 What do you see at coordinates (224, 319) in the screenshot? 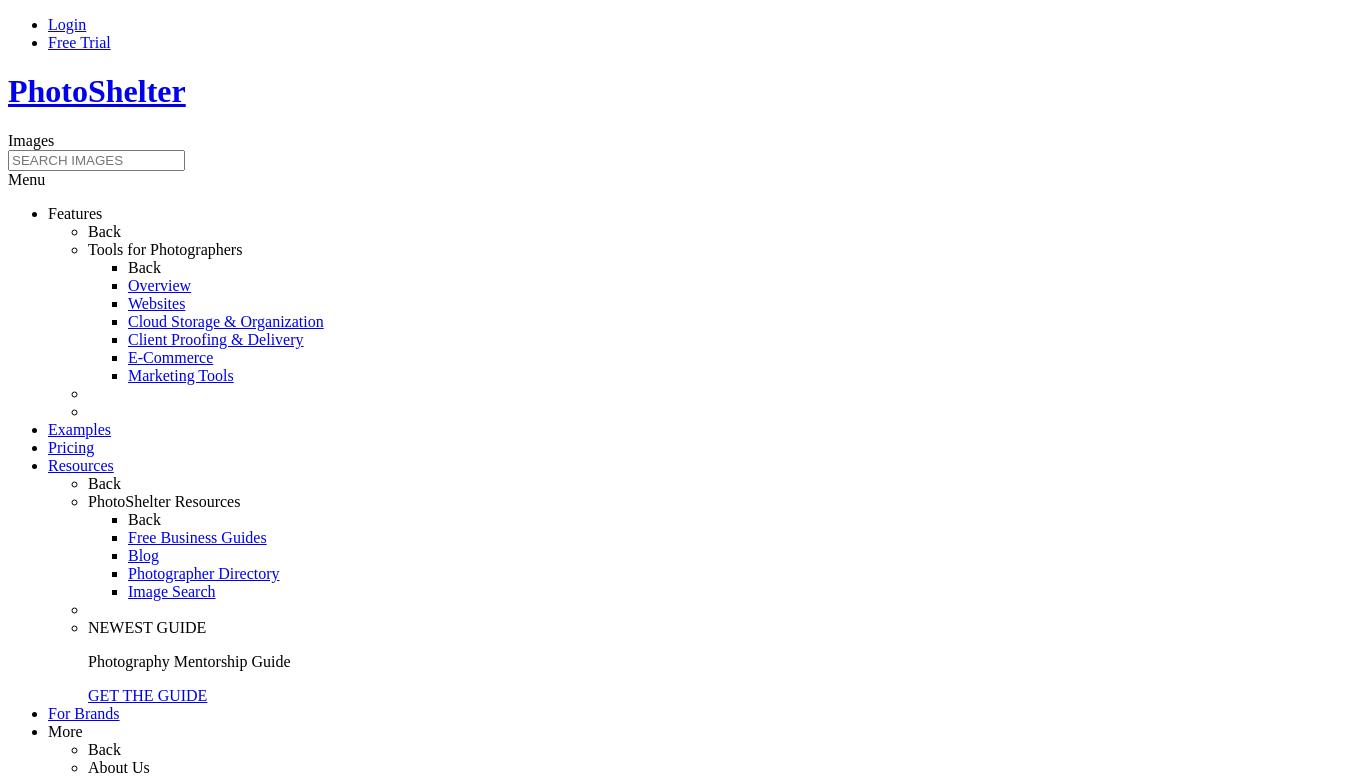
I see `'Cloud Storage & Organization'` at bounding box center [224, 319].